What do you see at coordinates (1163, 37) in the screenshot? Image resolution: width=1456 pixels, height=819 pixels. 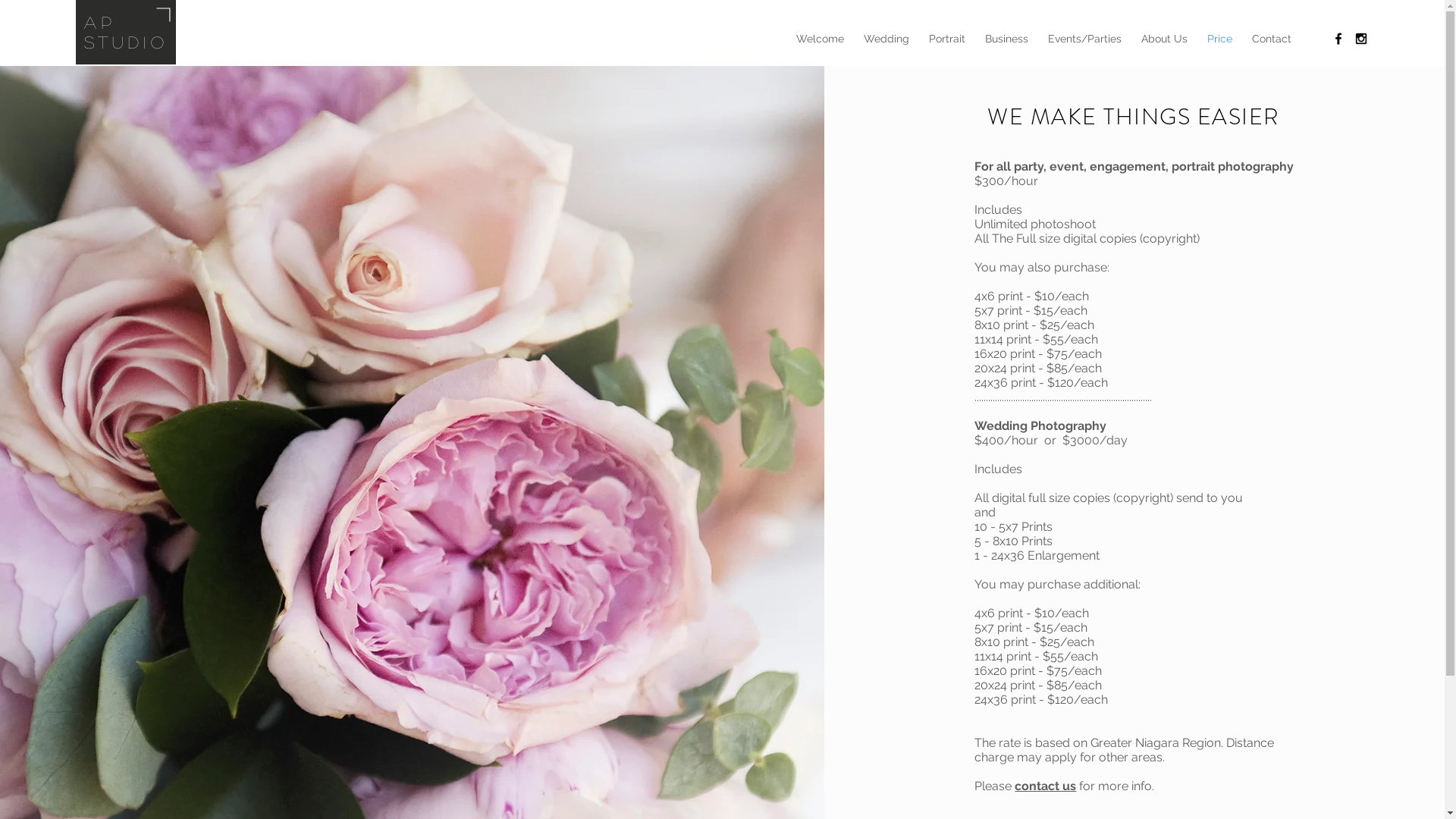 I see `'About Us'` at bounding box center [1163, 37].